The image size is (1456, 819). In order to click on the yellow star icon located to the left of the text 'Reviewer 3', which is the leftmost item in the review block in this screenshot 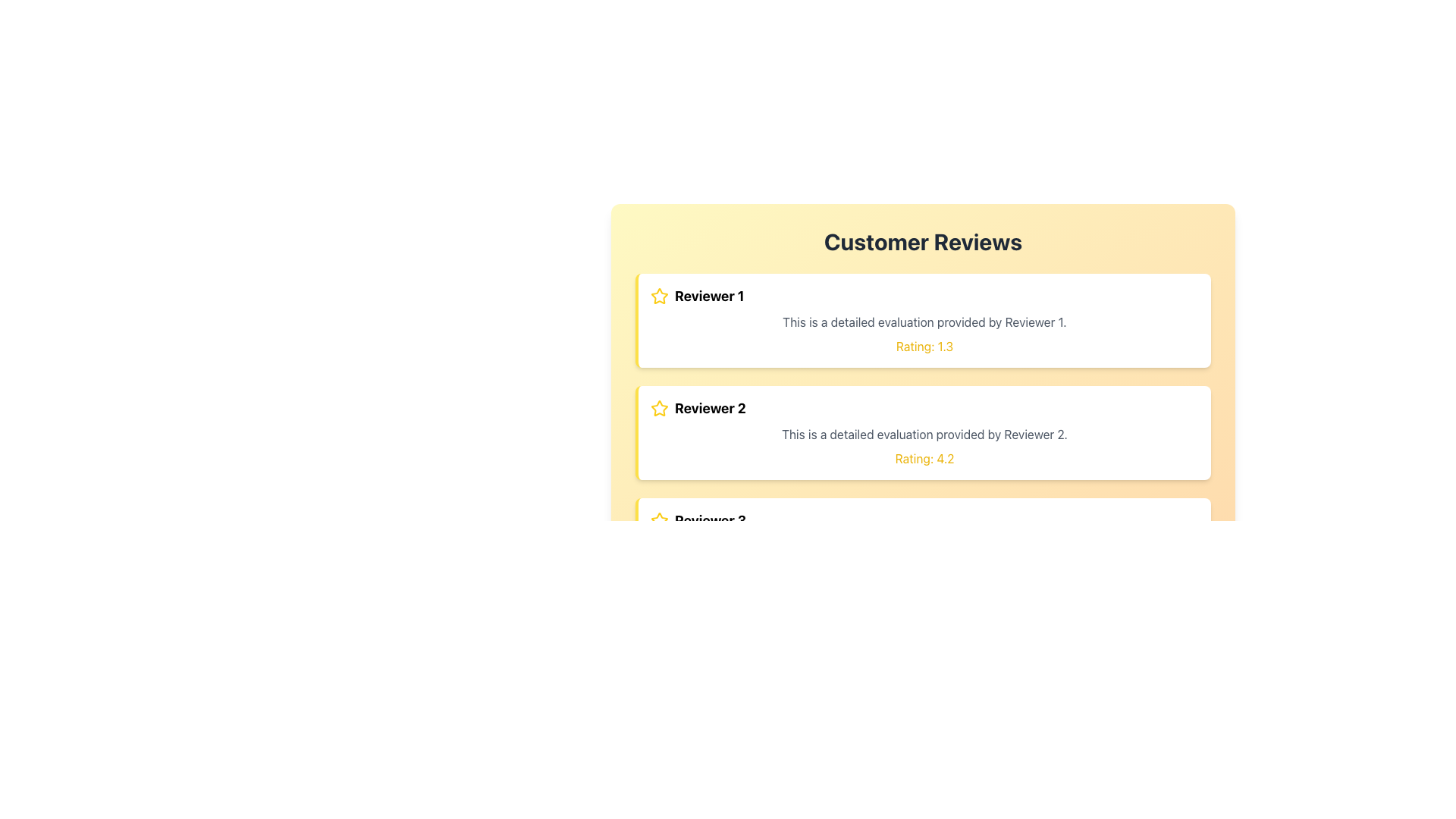, I will do `click(659, 519)`.